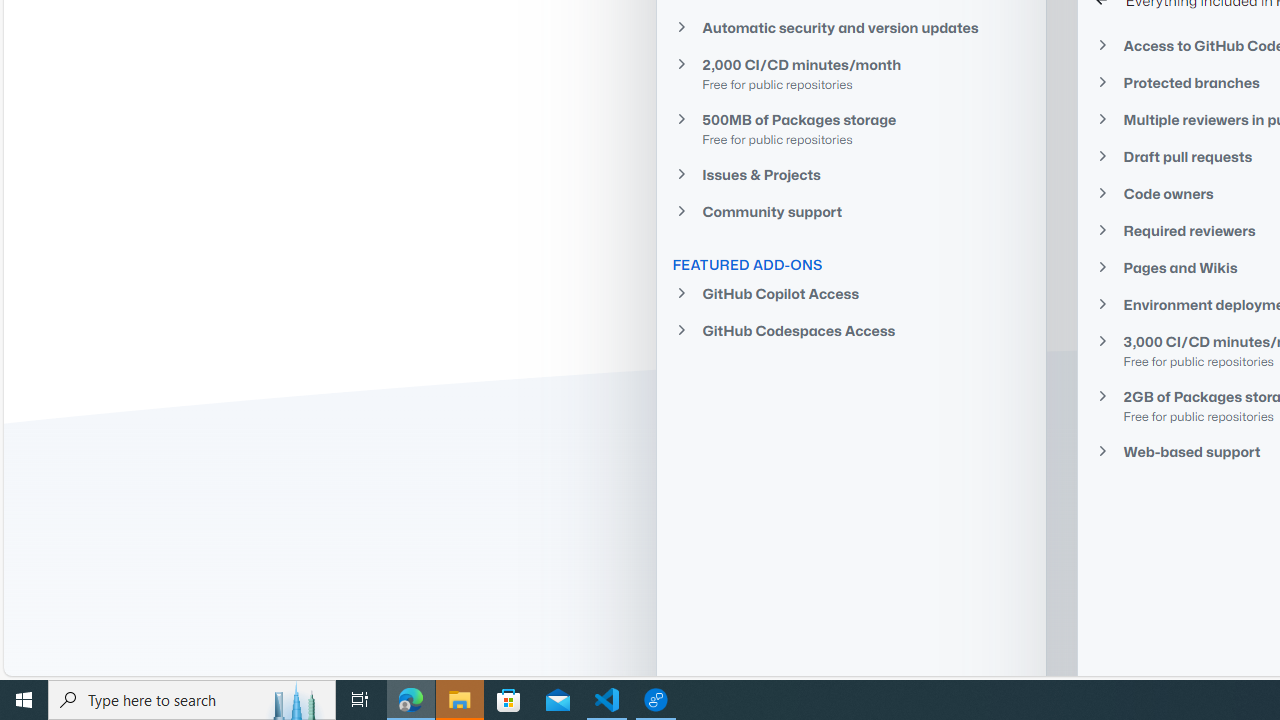  Describe the element at coordinates (851, 27) in the screenshot. I see `'Automatic security and version updates'` at that location.